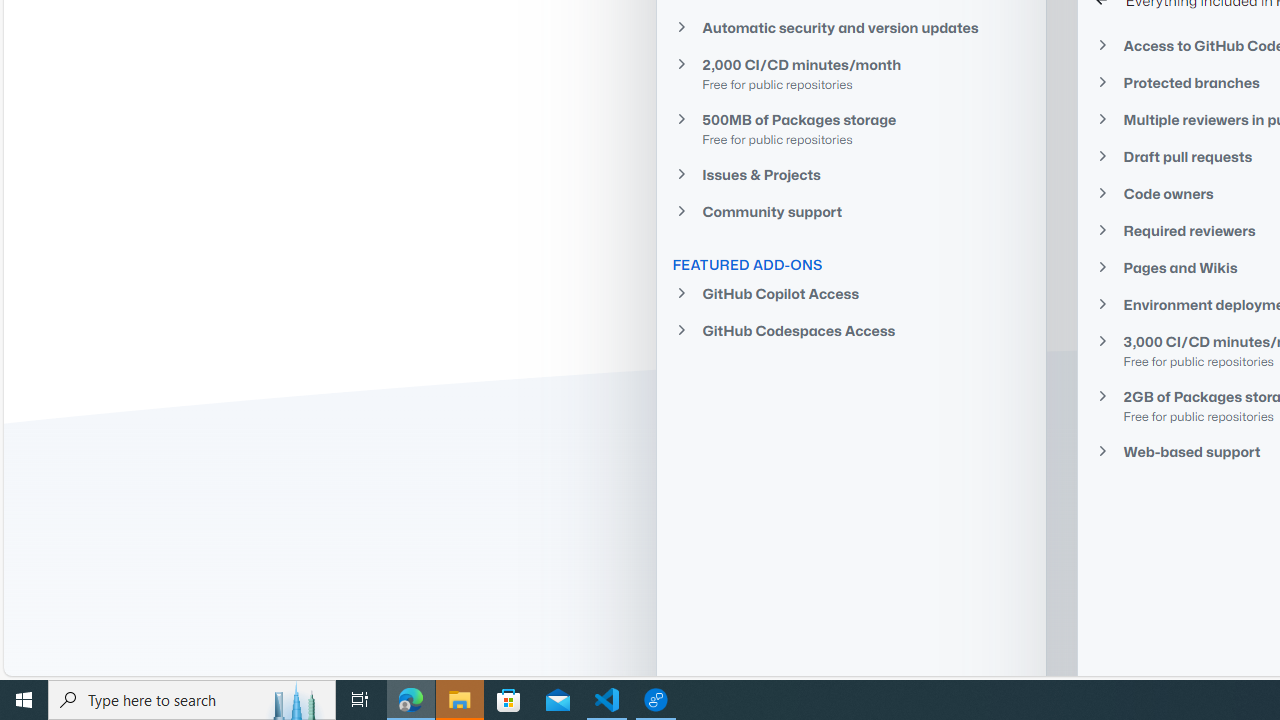  Describe the element at coordinates (851, 27) in the screenshot. I see `'Automatic security and version updates'` at that location.